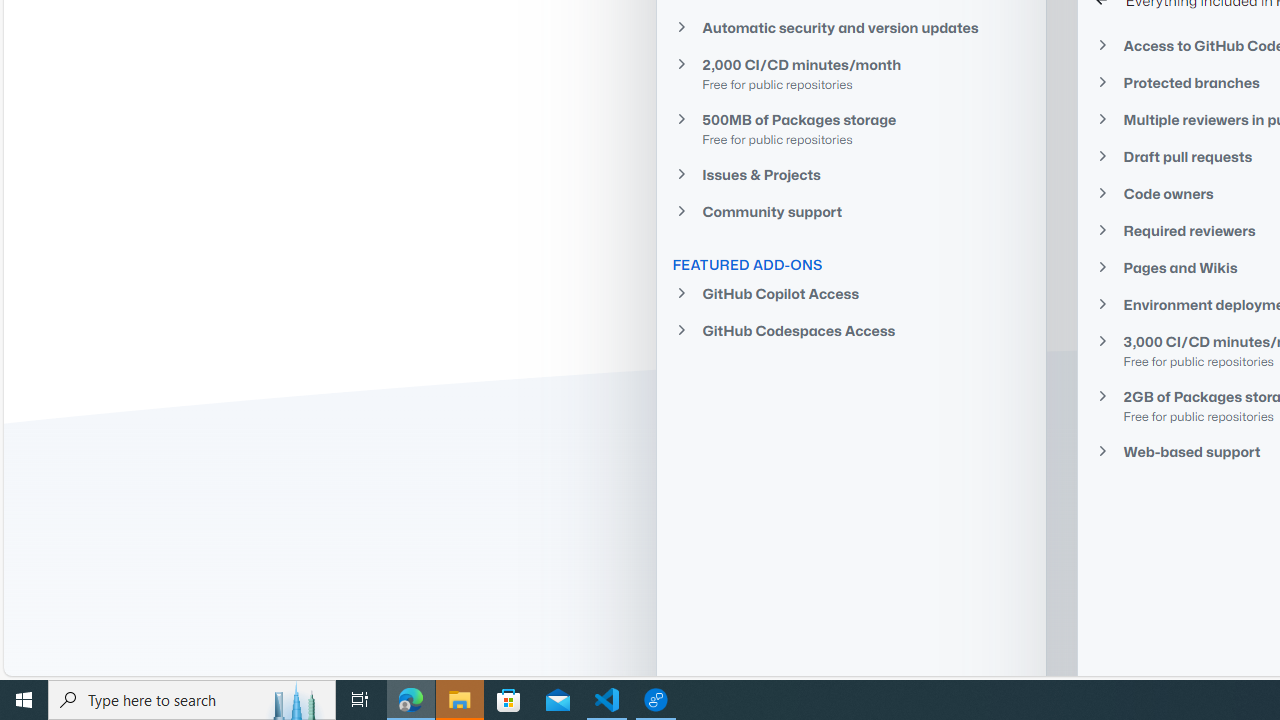  Describe the element at coordinates (851, 27) in the screenshot. I see `'Automatic security and version updates'` at that location.